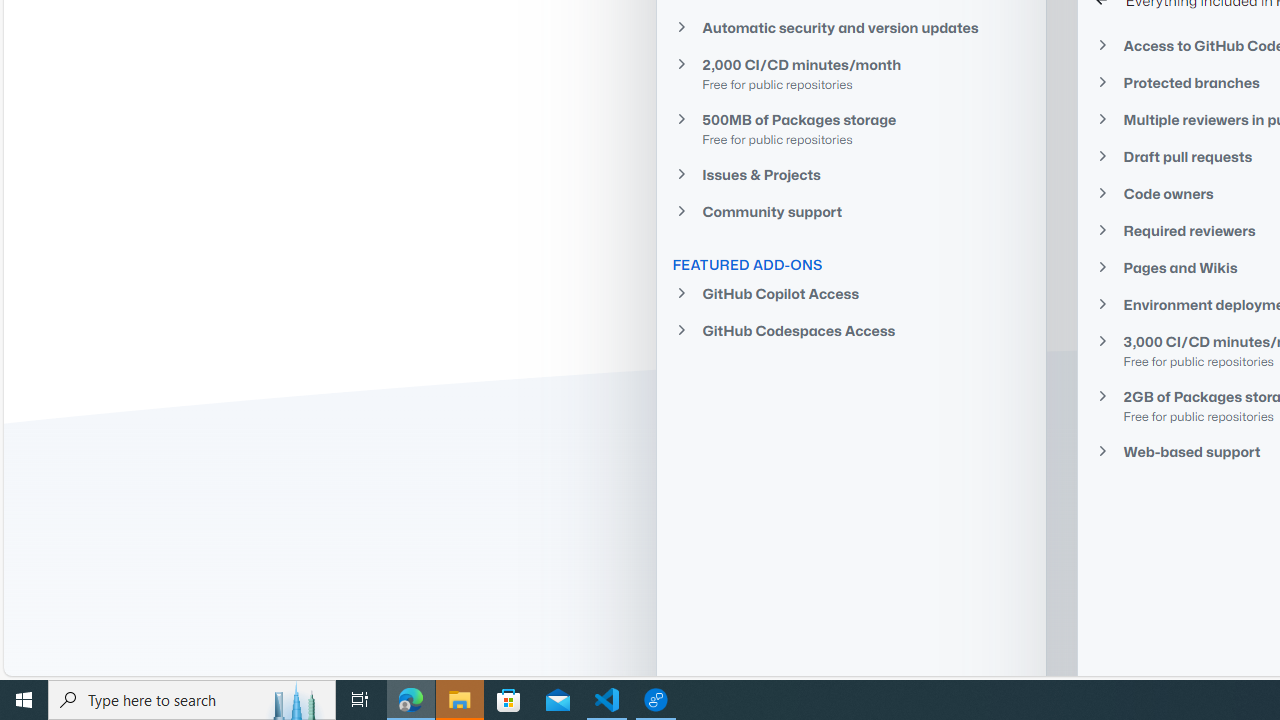  Describe the element at coordinates (851, 27) in the screenshot. I see `'Automatic security and version updates'` at that location.